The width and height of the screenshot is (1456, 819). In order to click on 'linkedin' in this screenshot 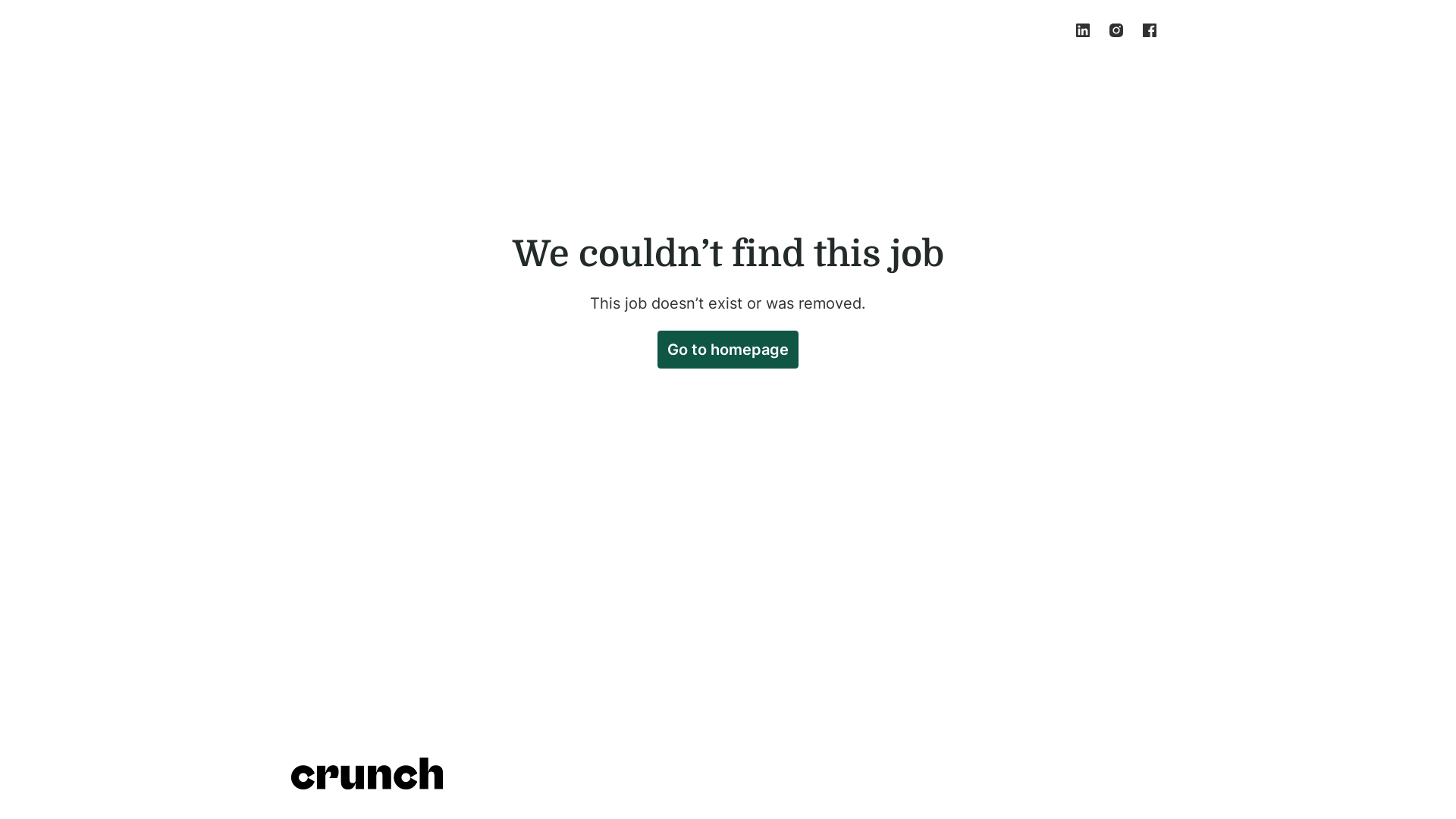, I will do `click(1066, 30)`.